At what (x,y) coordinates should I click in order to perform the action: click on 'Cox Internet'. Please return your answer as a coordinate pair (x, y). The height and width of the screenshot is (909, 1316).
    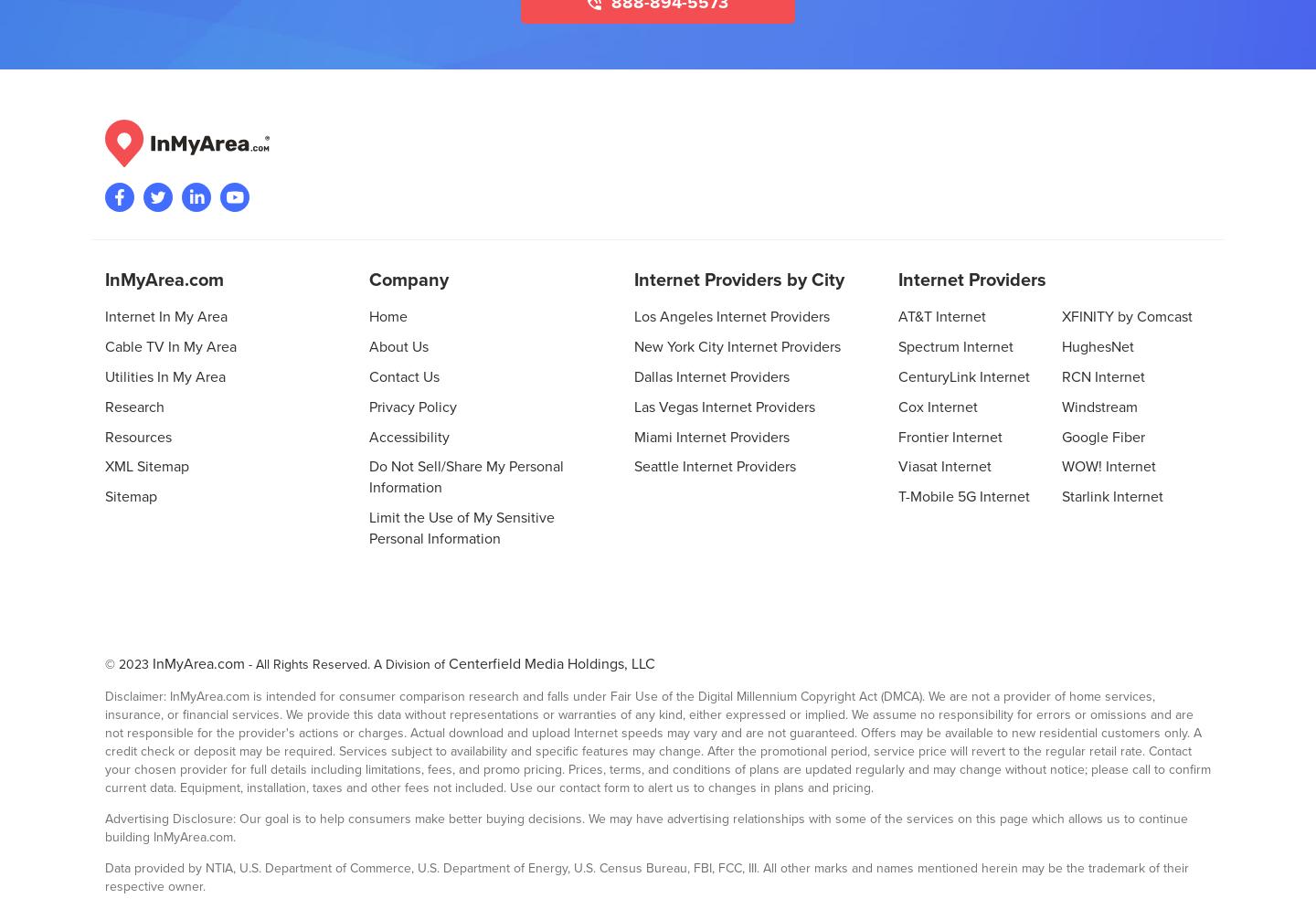
    Looking at the image, I should click on (896, 405).